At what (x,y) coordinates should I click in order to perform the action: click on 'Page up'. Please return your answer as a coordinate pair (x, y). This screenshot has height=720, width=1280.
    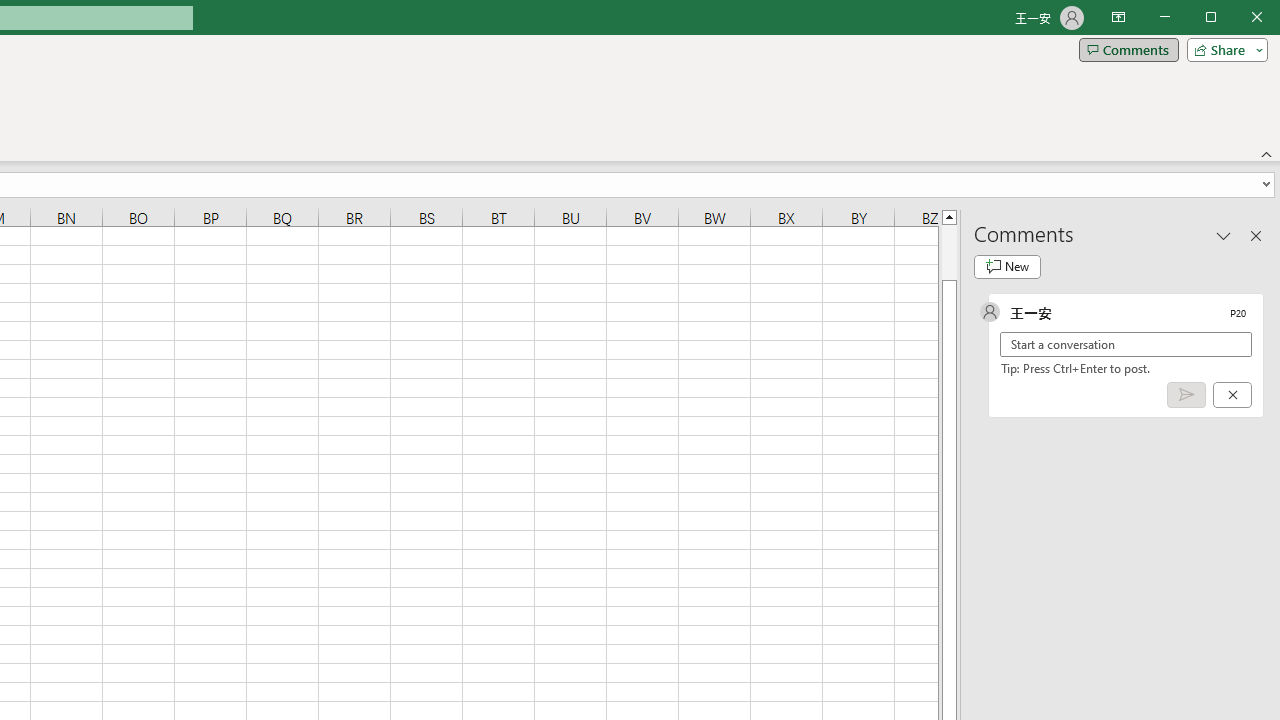
    Looking at the image, I should click on (948, 251).